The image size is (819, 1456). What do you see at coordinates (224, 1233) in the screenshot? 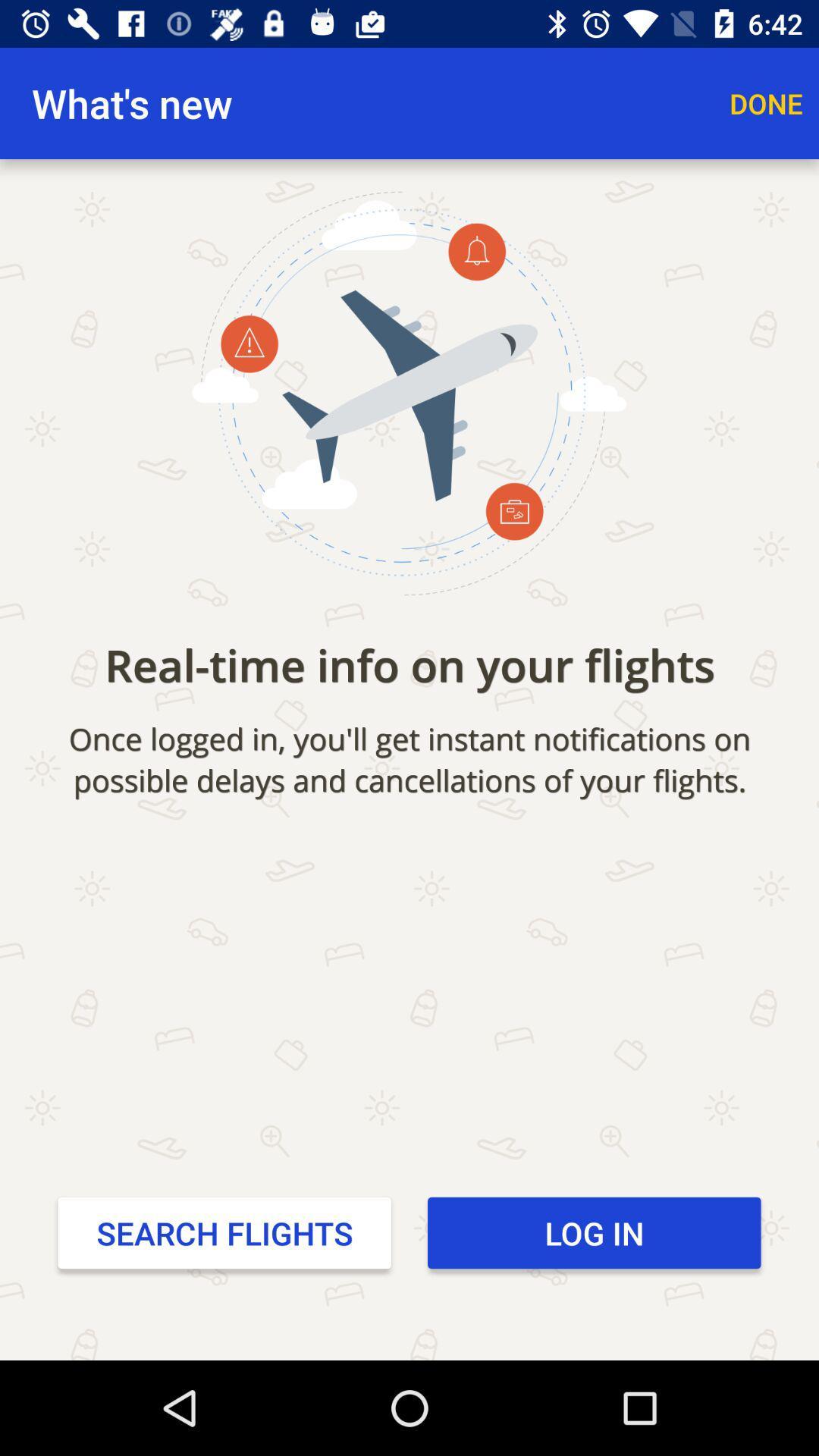
I see `search flights item` at bounding box center [224, 1233].